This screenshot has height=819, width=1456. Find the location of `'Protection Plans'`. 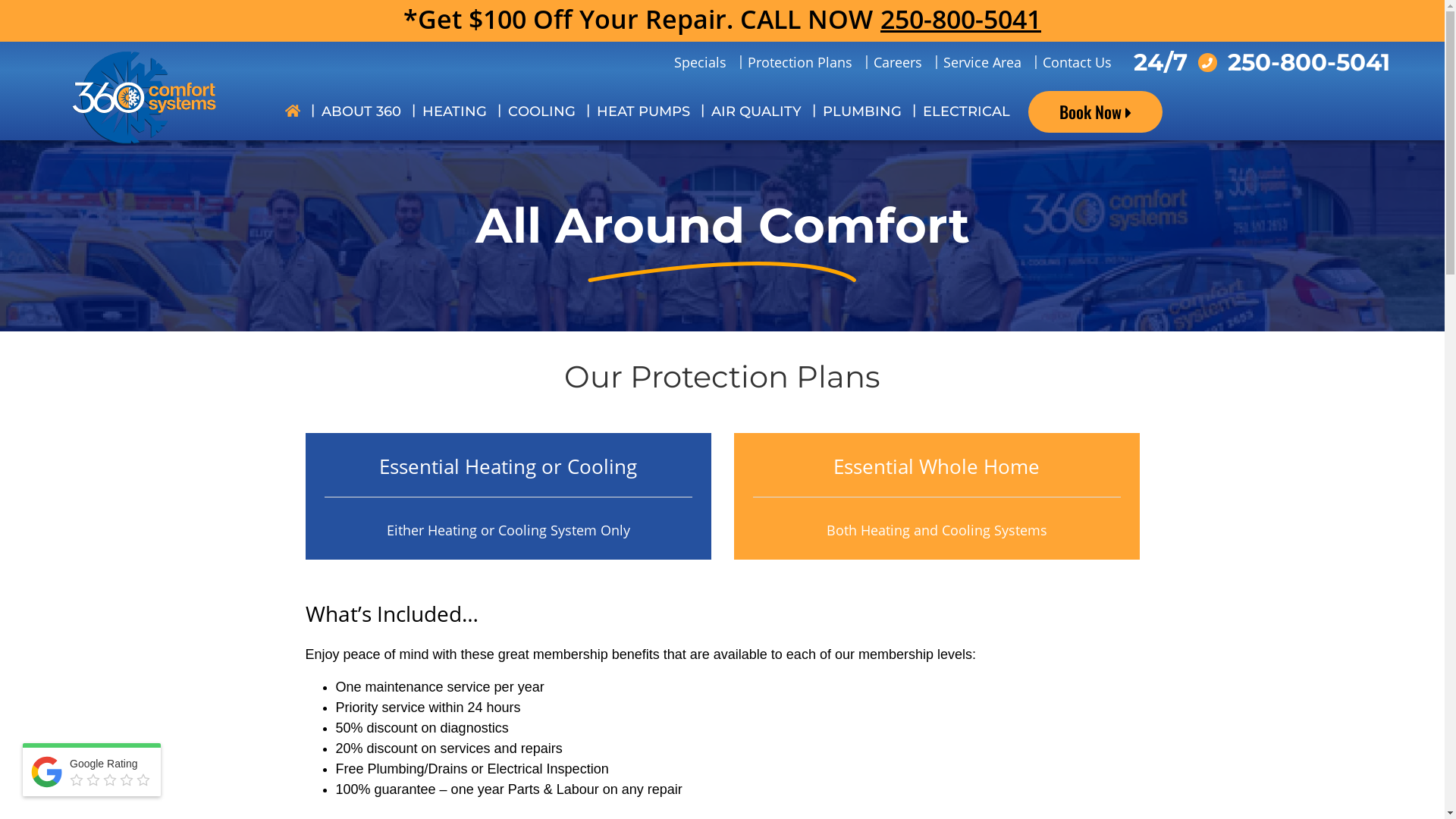

'Protection Plans' is located at coordinates (799, 61).